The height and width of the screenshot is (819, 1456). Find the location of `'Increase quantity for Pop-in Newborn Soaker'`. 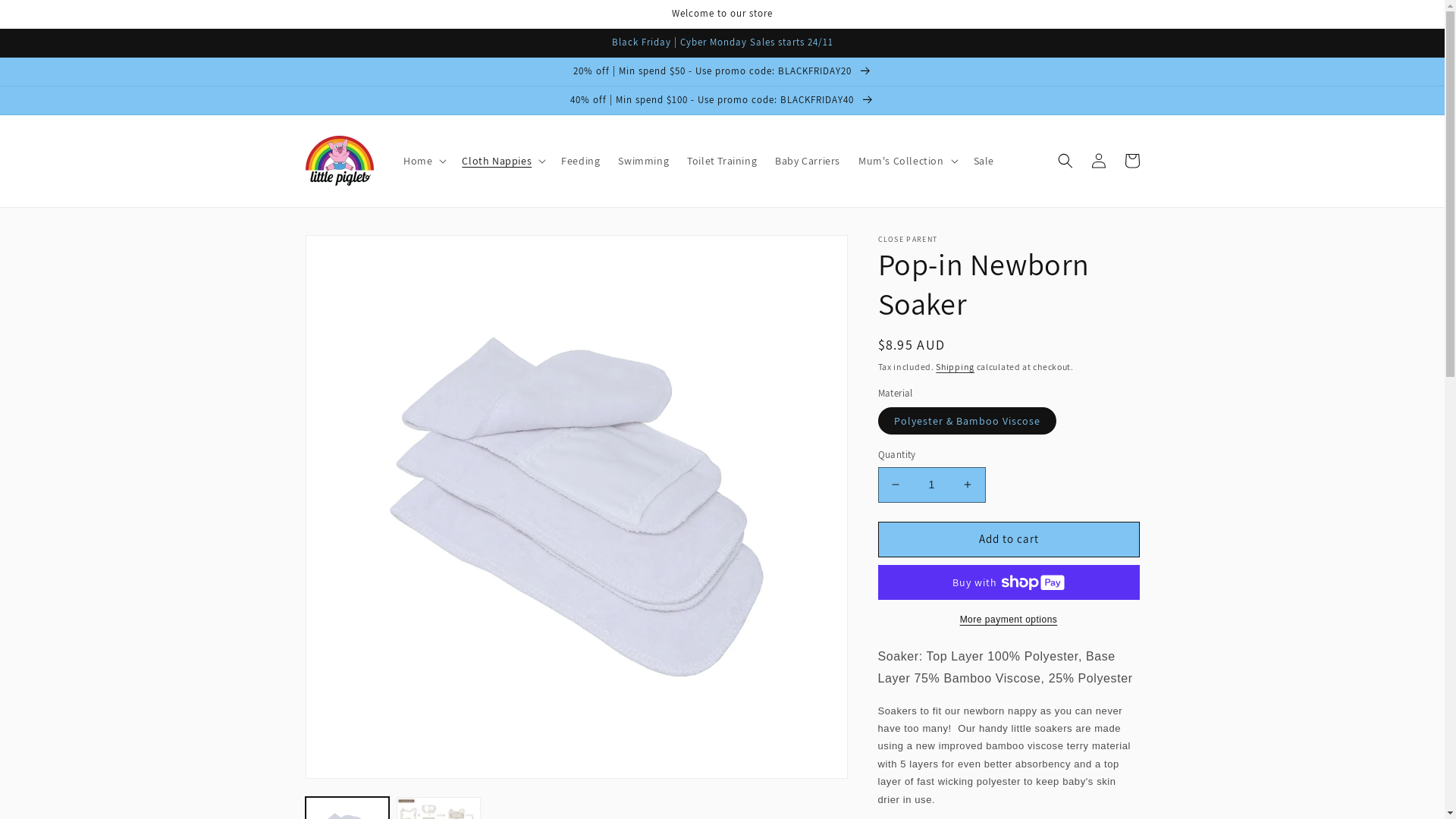

'Increase quantity for Pop-in Newborn Soaker' is located at coordinates (967, 485).